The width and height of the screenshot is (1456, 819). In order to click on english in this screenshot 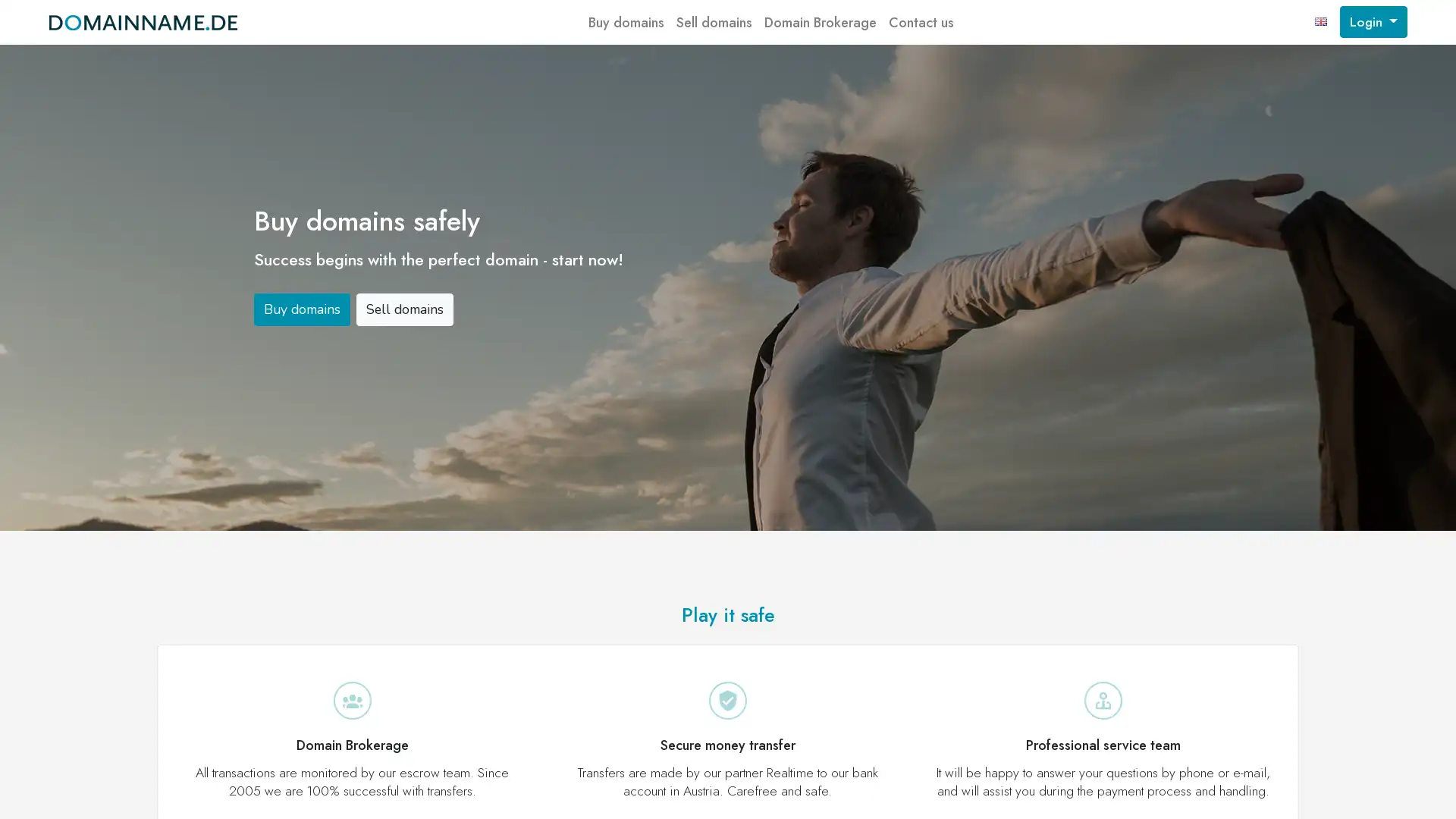, I will do `click(1320, 22)`.